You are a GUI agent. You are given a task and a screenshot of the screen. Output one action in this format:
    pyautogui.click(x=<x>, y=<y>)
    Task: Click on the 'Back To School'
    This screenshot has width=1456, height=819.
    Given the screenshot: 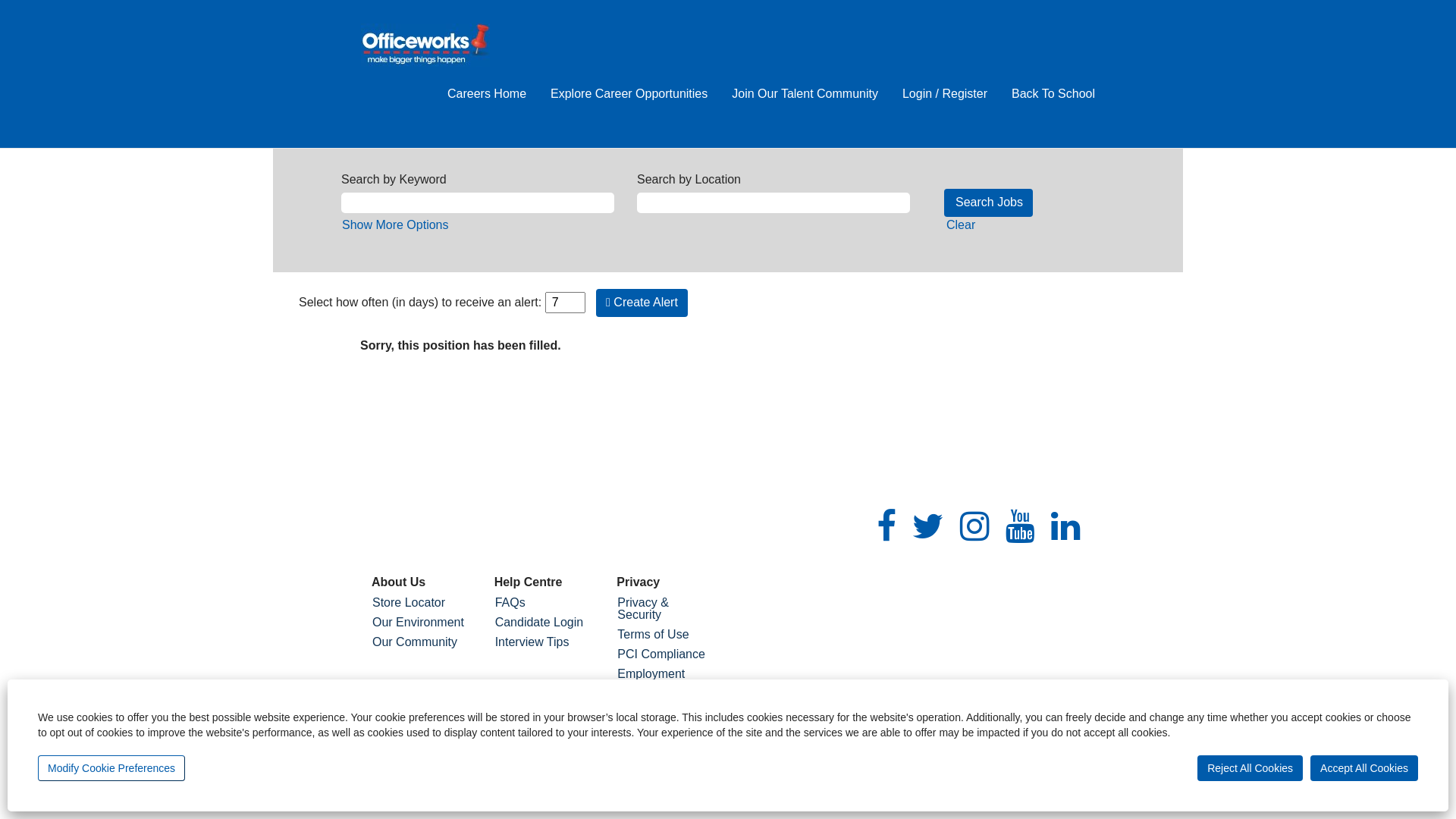 What is the action you would take?
    pyautogui.click(x=1052, y=94)
    